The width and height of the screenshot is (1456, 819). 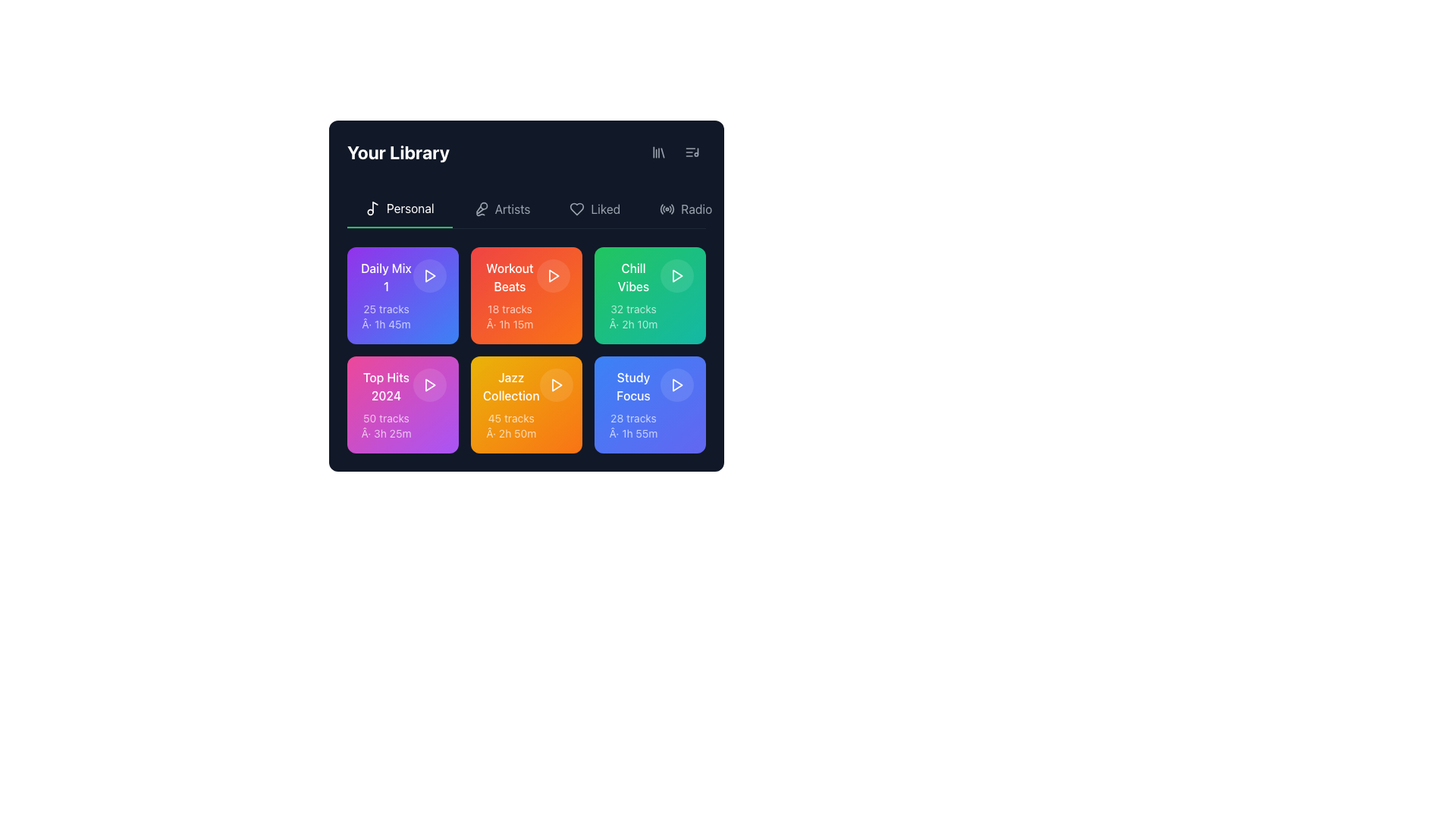 What do you see at coordinates (604, 209) in the screenshot?
I see `the text label 'Liked', which is a light gray text adjacent to a heart-shaped icon in the navigation bar under 'Your Library'` at bounding box center [604, 209].